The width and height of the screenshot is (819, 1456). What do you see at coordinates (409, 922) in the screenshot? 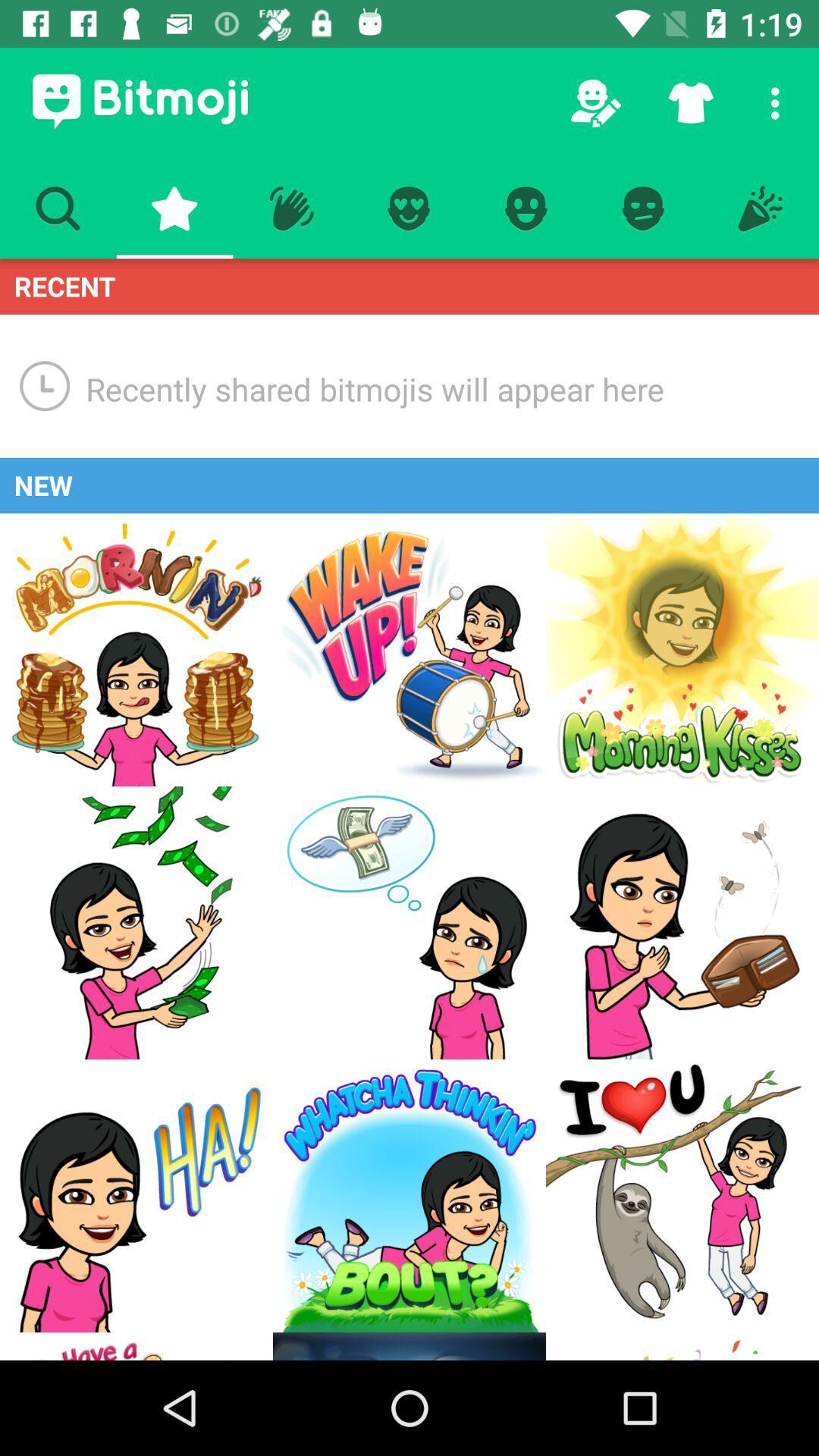
I see `emoji click option` at bounding box center [409, 922].